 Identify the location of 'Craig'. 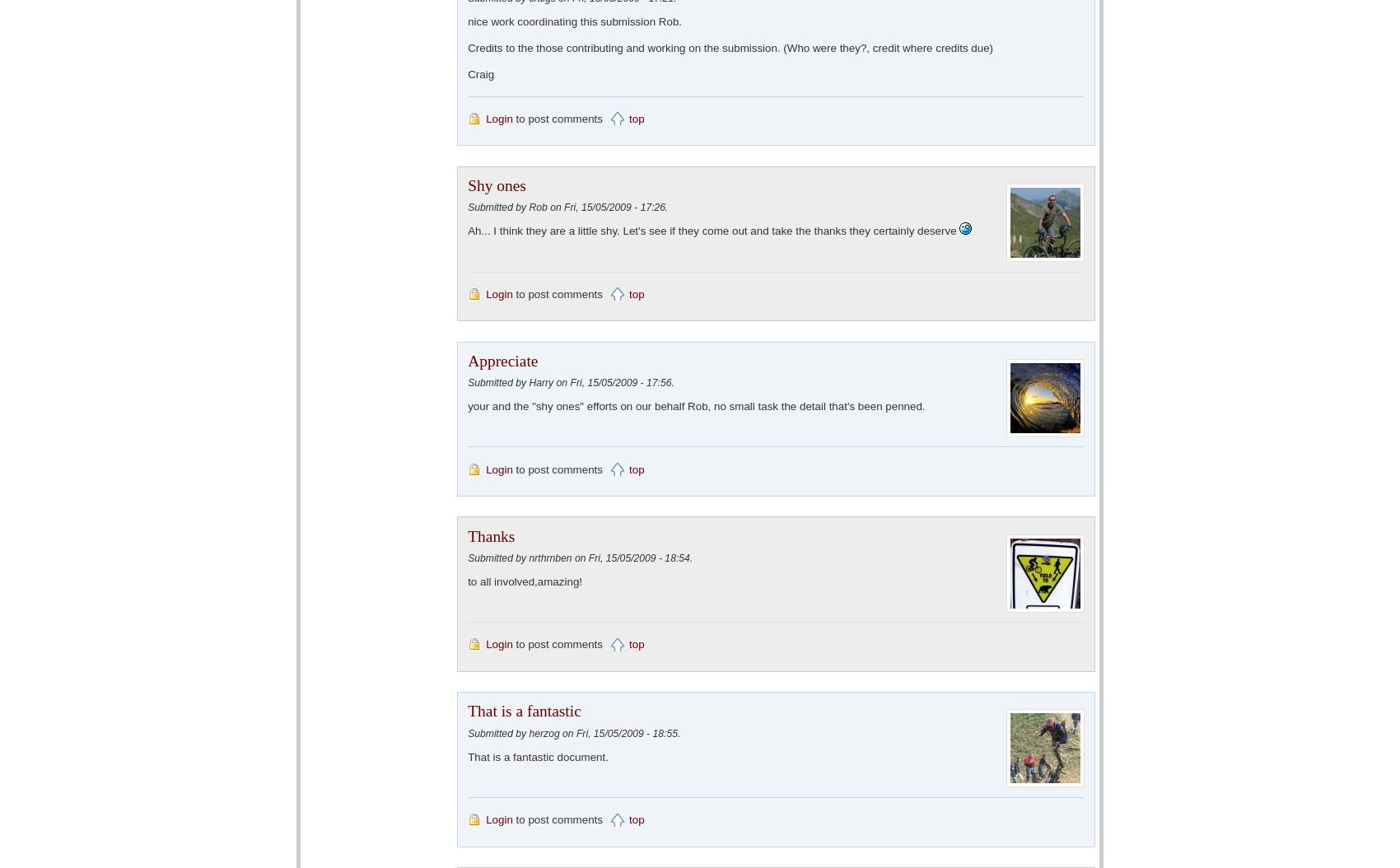
(479, 72).